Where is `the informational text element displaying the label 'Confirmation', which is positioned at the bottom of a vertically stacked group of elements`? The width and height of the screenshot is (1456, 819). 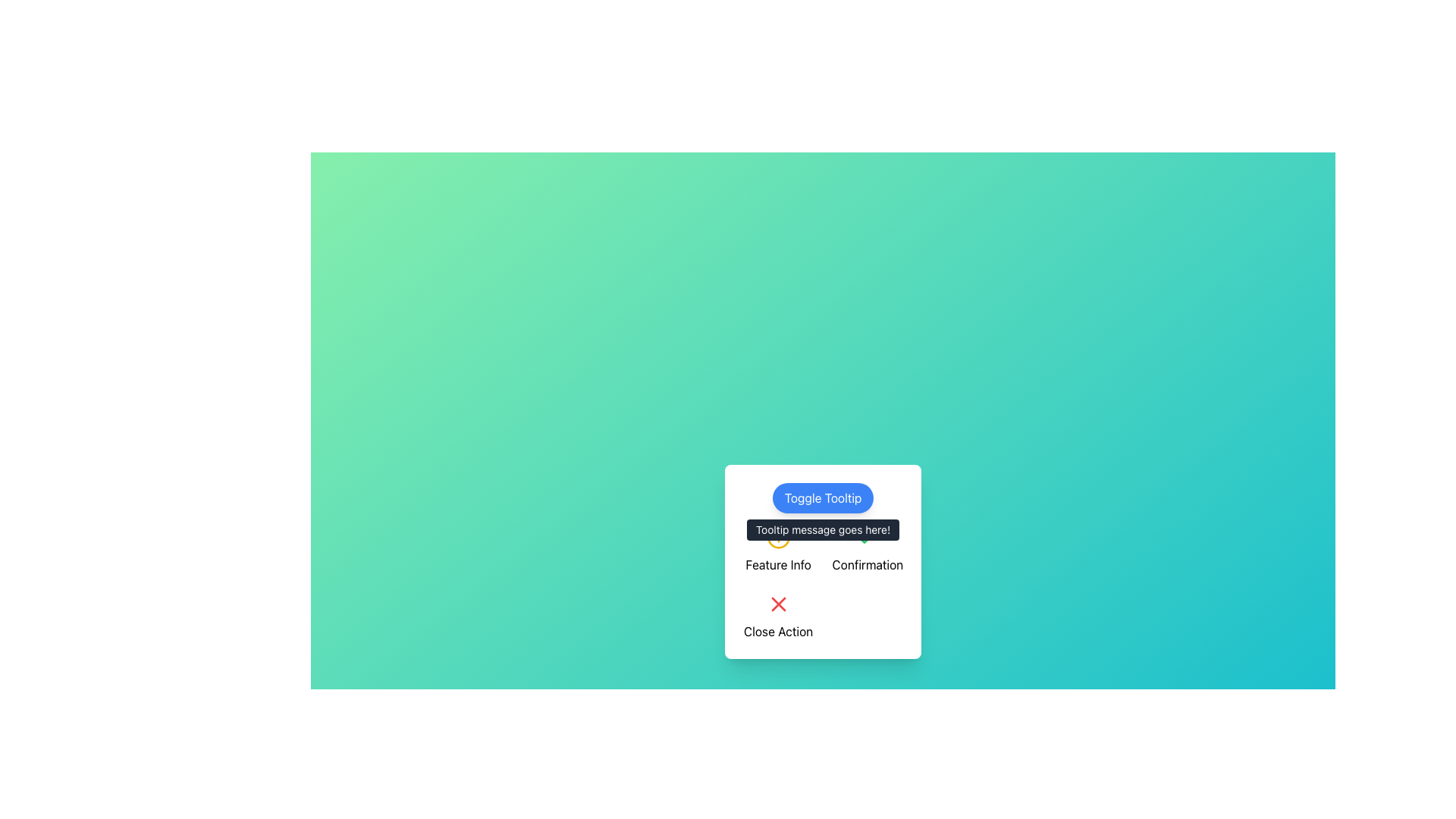 the informational text element displaying the label 'Confirmation', which is positioned at the bottom of a vertically stacked group of elements is located at coordinates (868, 564).